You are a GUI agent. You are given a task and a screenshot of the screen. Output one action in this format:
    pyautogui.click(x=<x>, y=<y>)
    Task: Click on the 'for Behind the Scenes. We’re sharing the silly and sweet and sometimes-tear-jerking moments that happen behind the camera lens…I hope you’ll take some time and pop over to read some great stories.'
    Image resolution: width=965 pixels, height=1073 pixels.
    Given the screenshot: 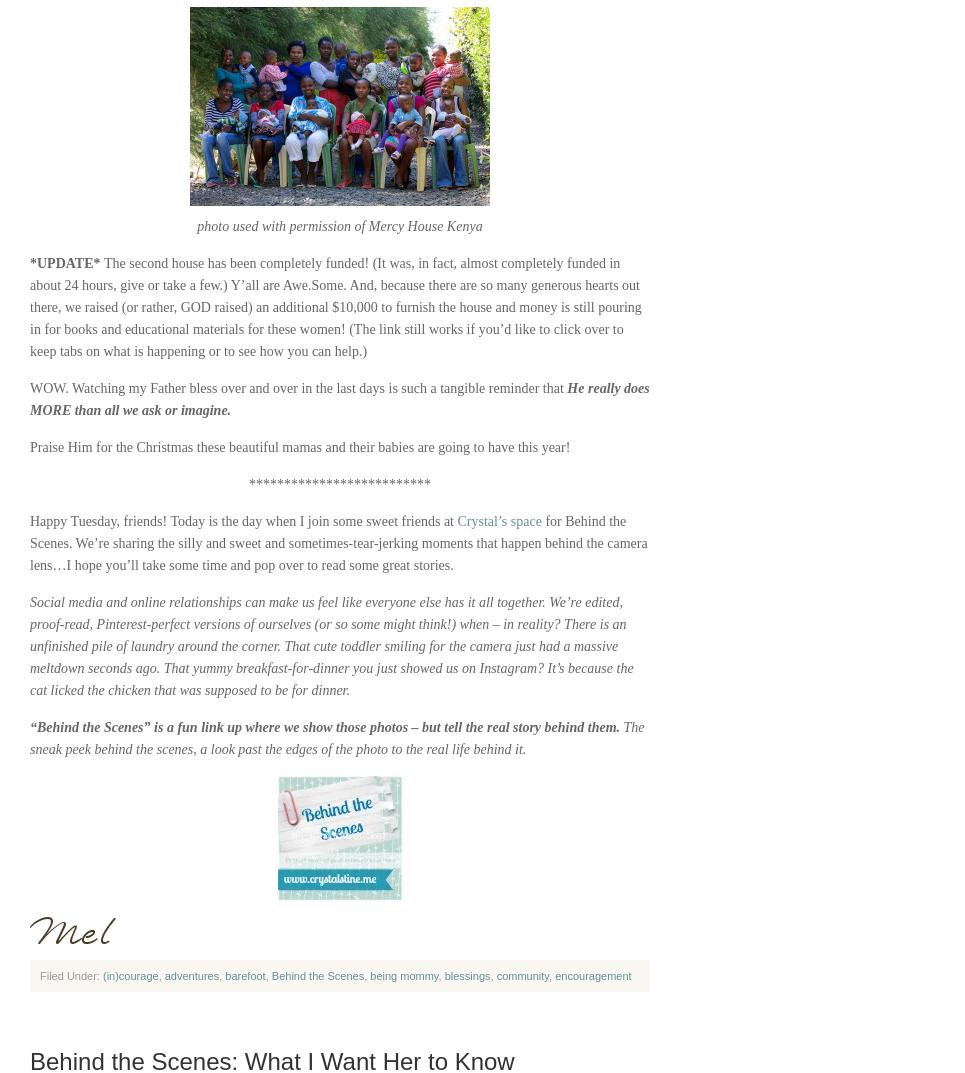 What is the action you would take?
    pyautogui.click(x=338, y=543)
    